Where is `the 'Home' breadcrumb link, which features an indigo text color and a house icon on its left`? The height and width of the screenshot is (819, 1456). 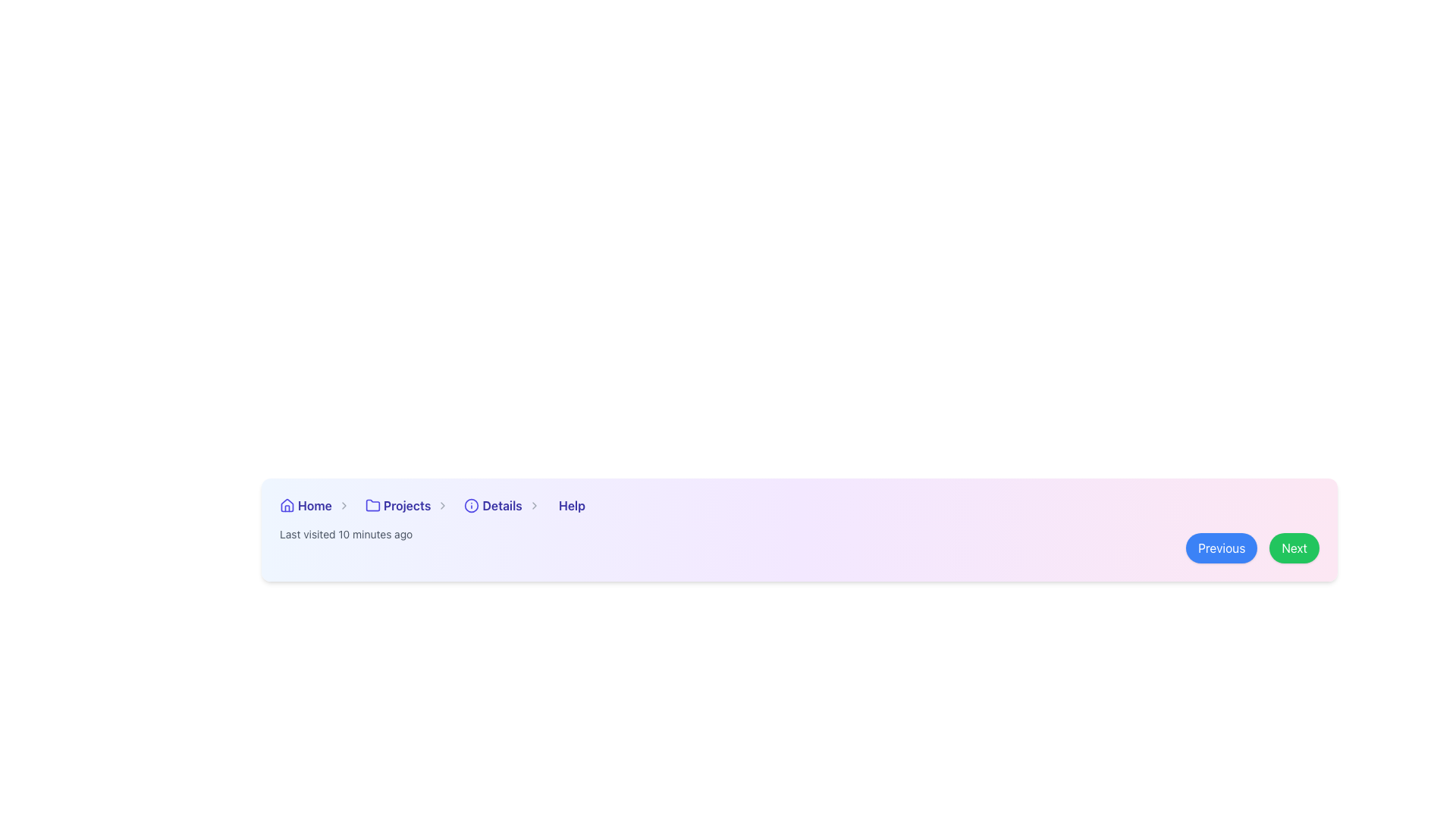
the 'Home' breadcrumb link, which features an indigo text color and a house icon on its left is located at coordinates (317, 506).